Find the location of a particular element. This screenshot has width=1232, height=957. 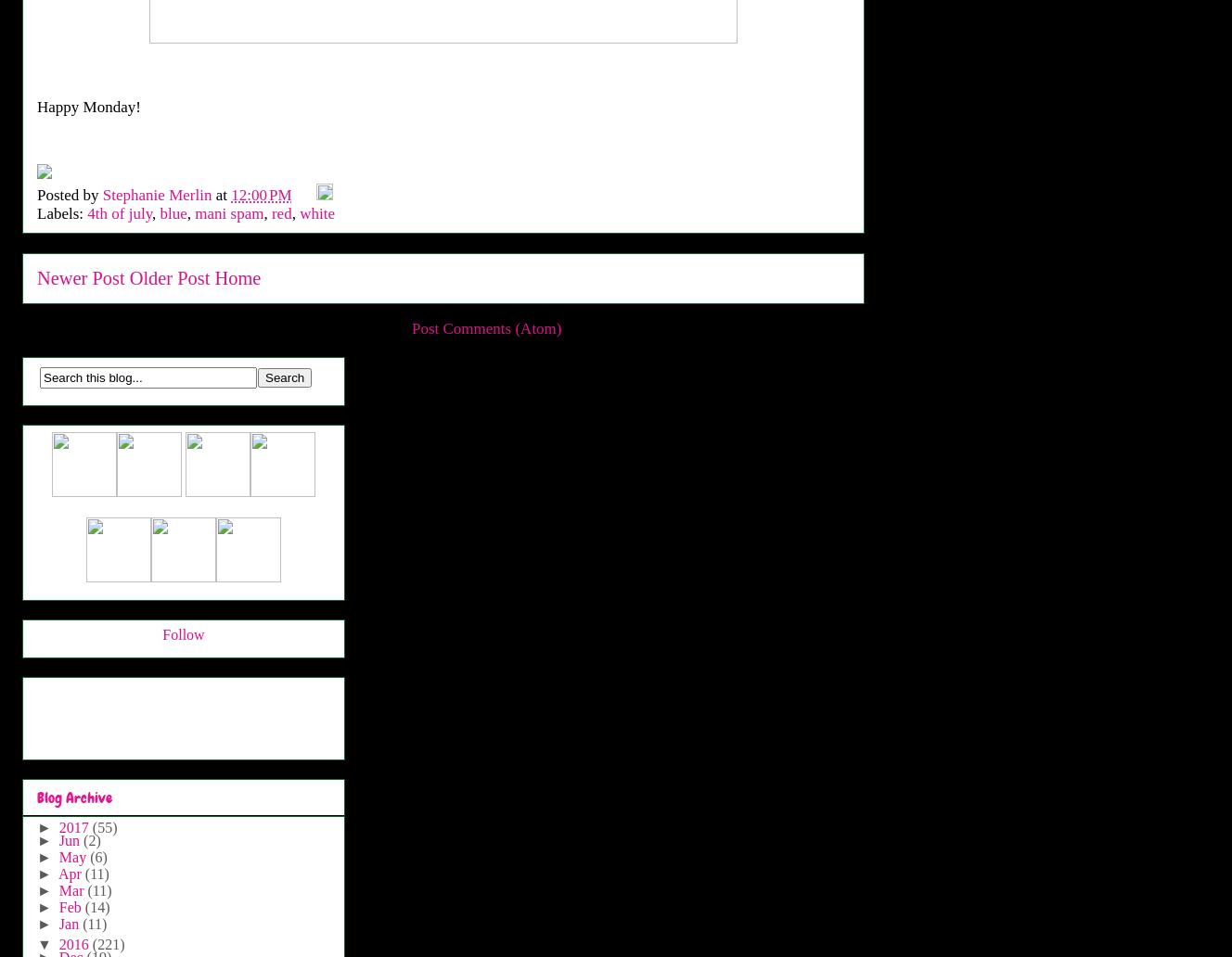

'Newer Post' is located at coordinates (80, 276).